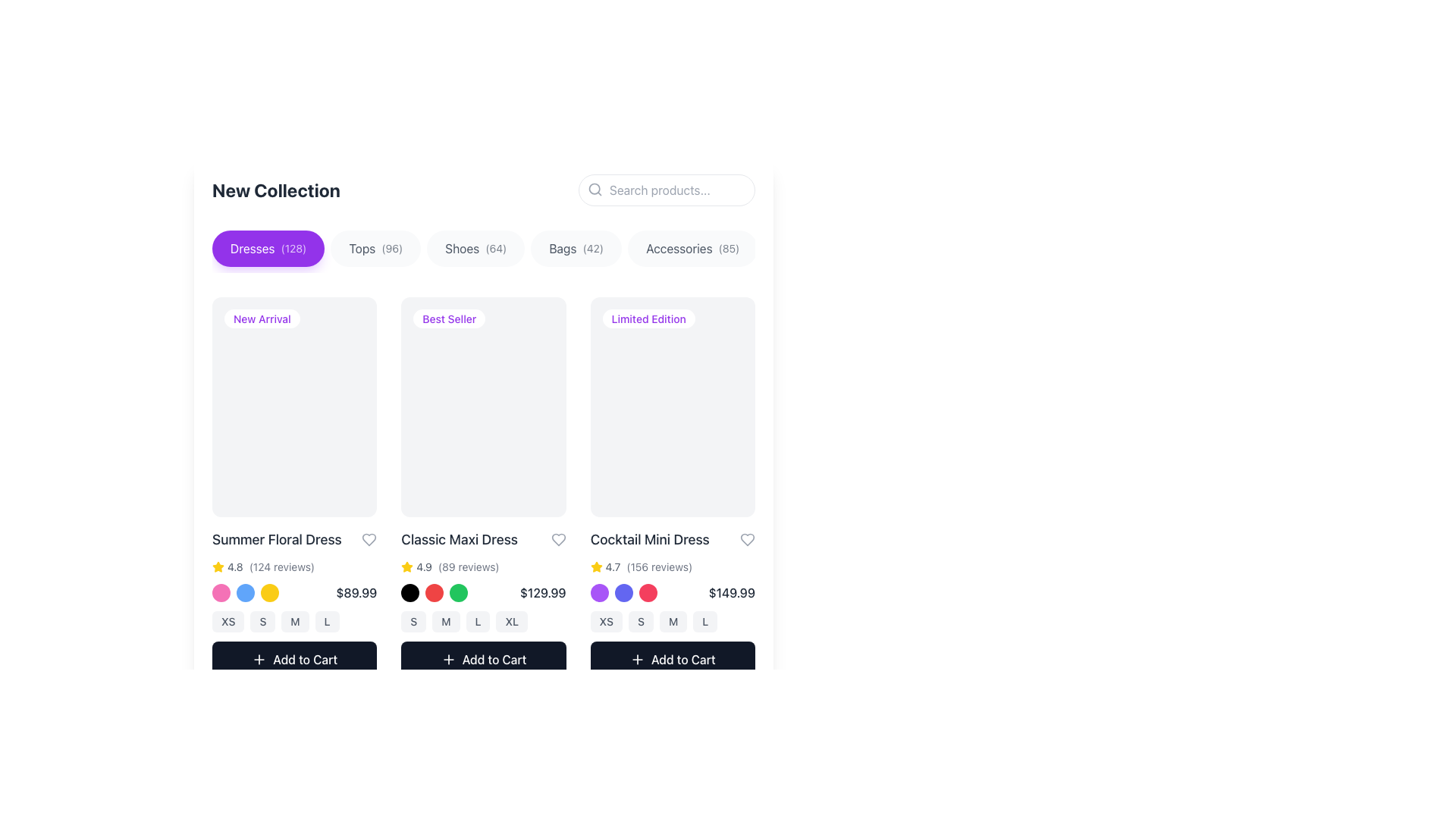 The width and height of the screenshot is (1456, 819). I want to click on the SVG circle element that visually represents the circular portion of the magnifying glass icon in the search bar area, so click(594, 188).